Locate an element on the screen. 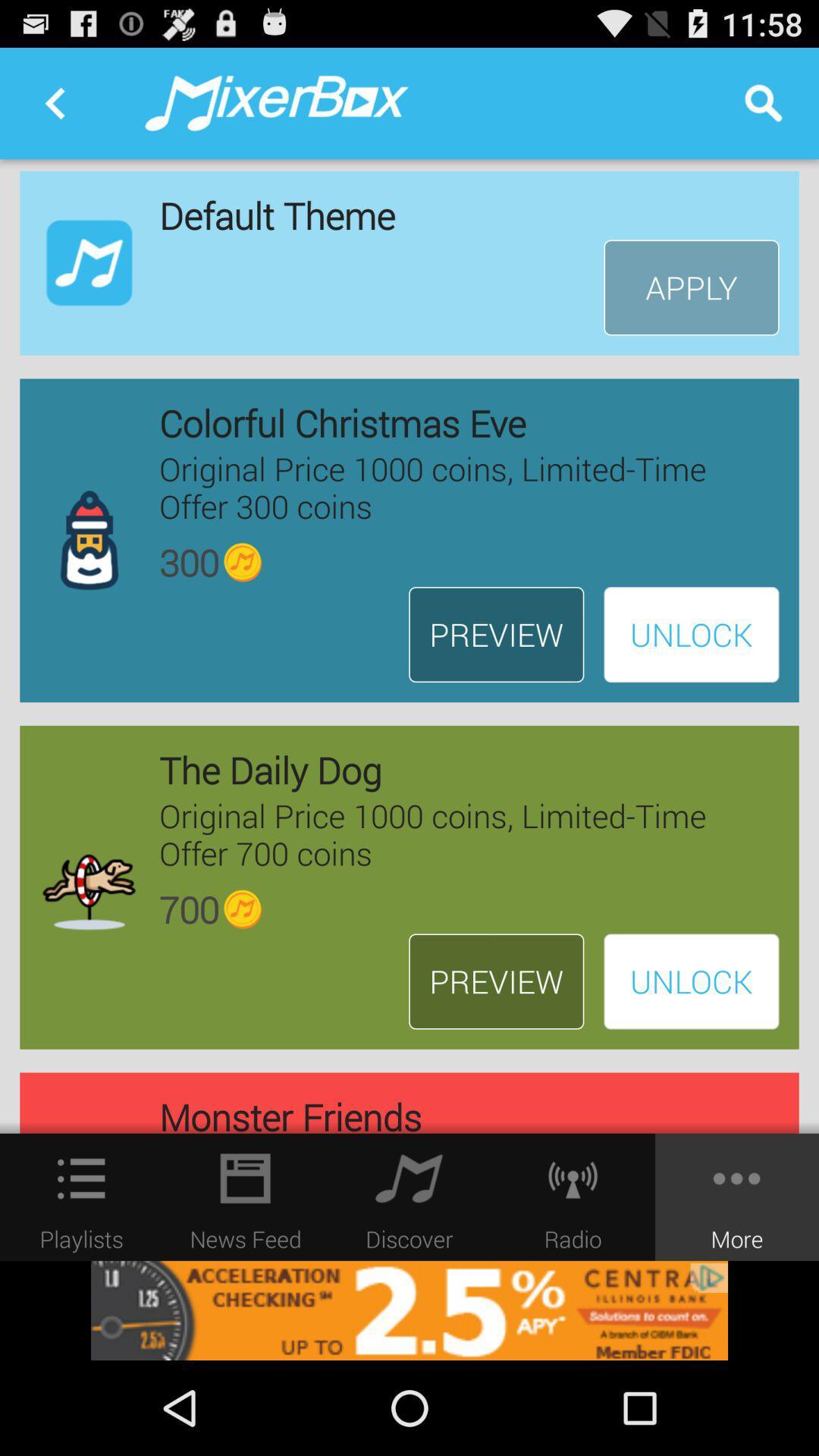  text which is right to the back button is located at coordinates (277, 102).